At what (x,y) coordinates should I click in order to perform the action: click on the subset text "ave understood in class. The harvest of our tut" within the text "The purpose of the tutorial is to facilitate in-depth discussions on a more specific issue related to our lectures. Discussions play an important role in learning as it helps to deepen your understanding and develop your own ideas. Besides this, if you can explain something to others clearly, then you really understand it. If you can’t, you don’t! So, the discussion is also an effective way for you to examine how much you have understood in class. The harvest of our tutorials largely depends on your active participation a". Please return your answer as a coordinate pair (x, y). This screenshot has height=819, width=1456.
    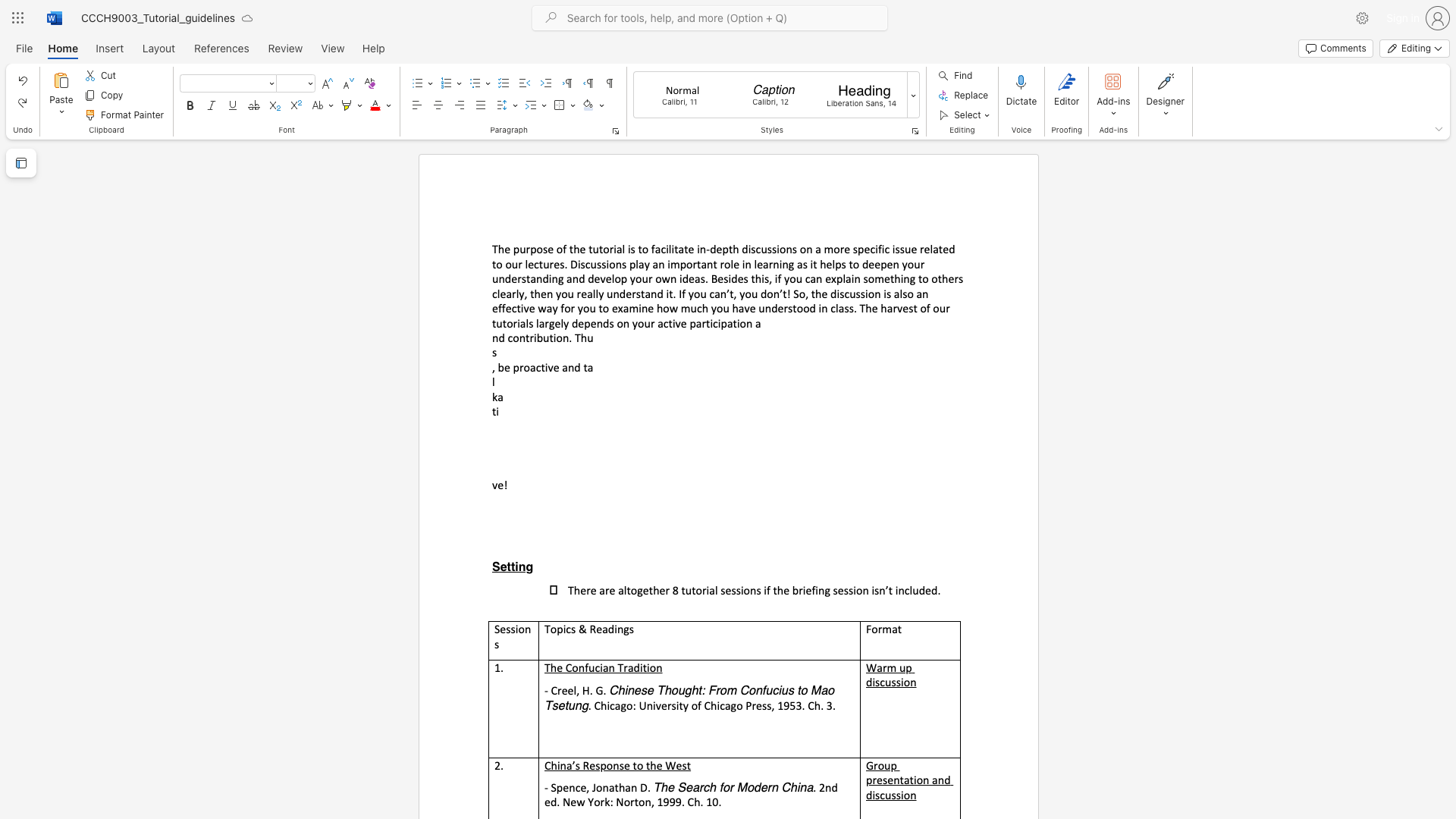
    Looking at the image, I should click on (738, 307).